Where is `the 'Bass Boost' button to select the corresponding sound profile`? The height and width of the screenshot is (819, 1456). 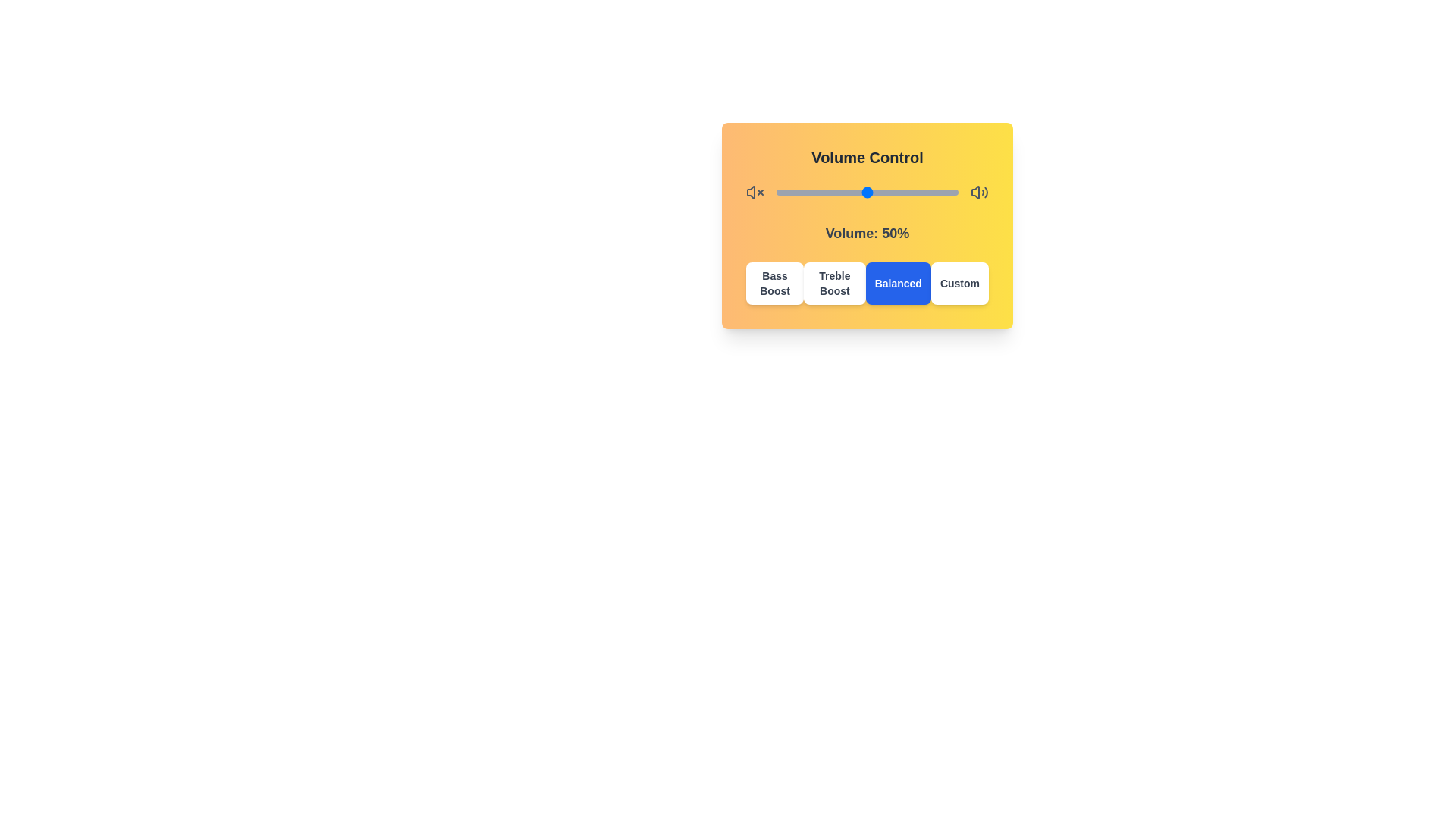
the 'Bass Boost' button to select the corresponding sound profile is located at coordinates (775, 284).